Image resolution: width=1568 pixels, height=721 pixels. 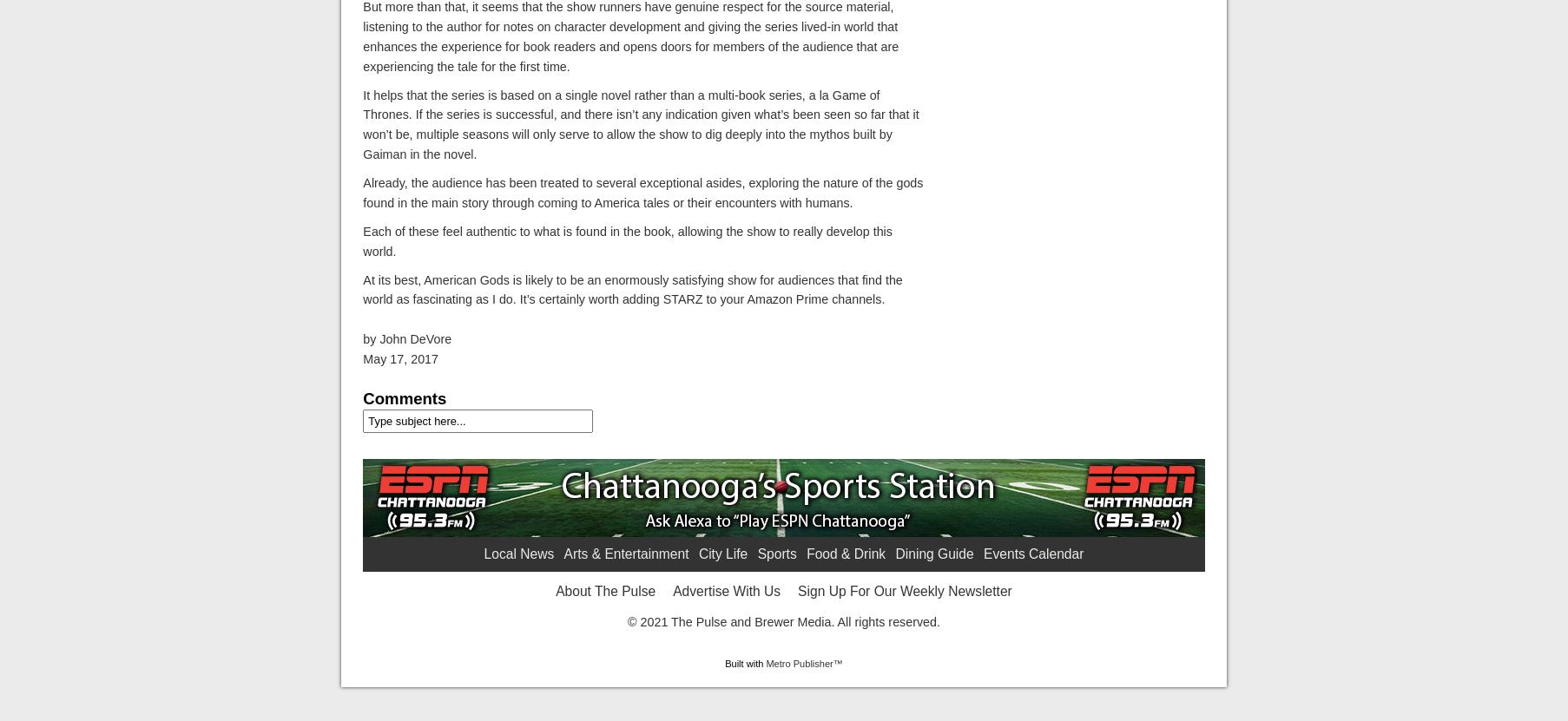 What do you see at coordinates (745, 663) in the screenshot?
I see `'Built with'` at bounding box center [745, 663].